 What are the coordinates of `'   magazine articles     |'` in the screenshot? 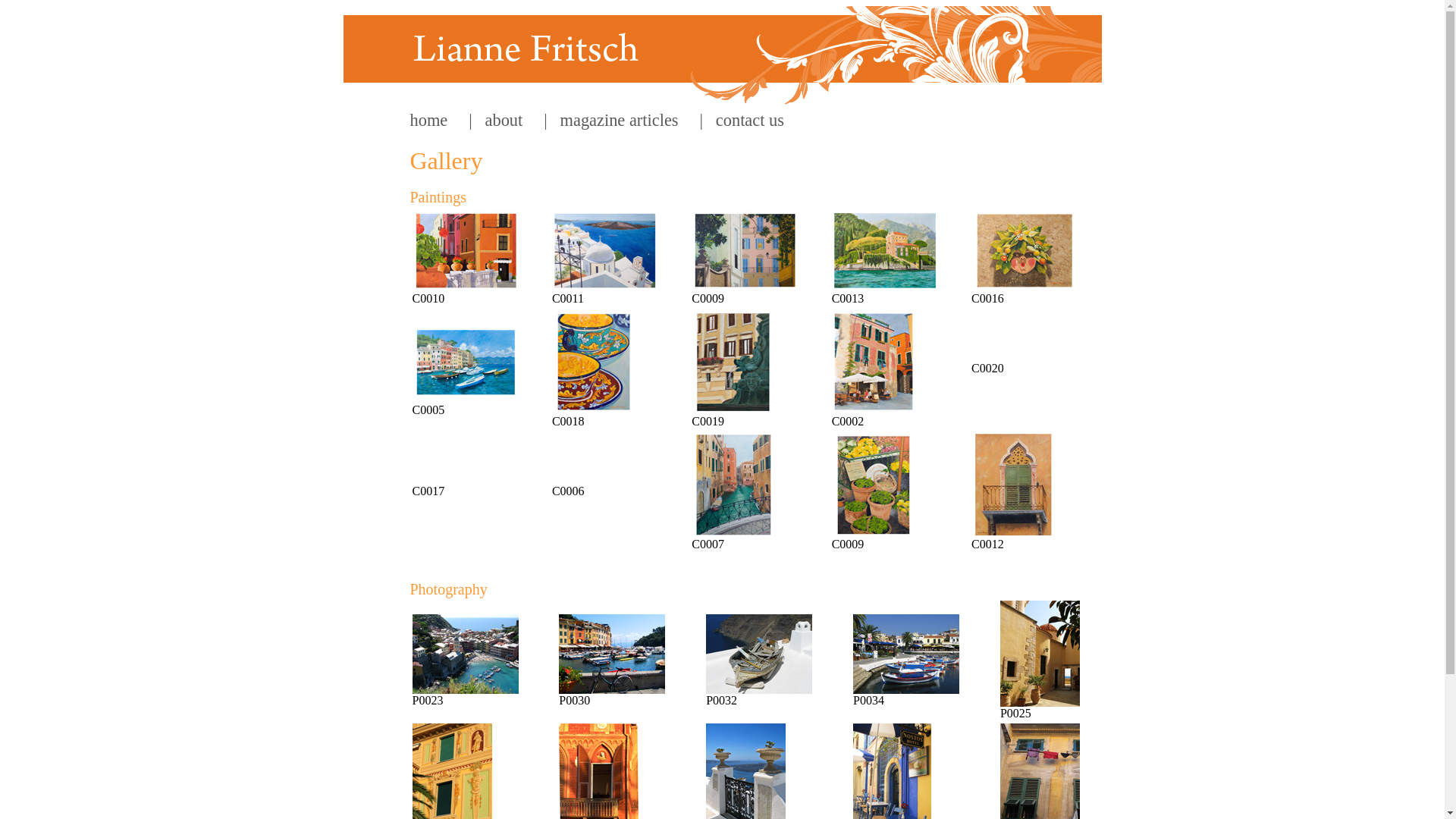 It's located at (625, 119).